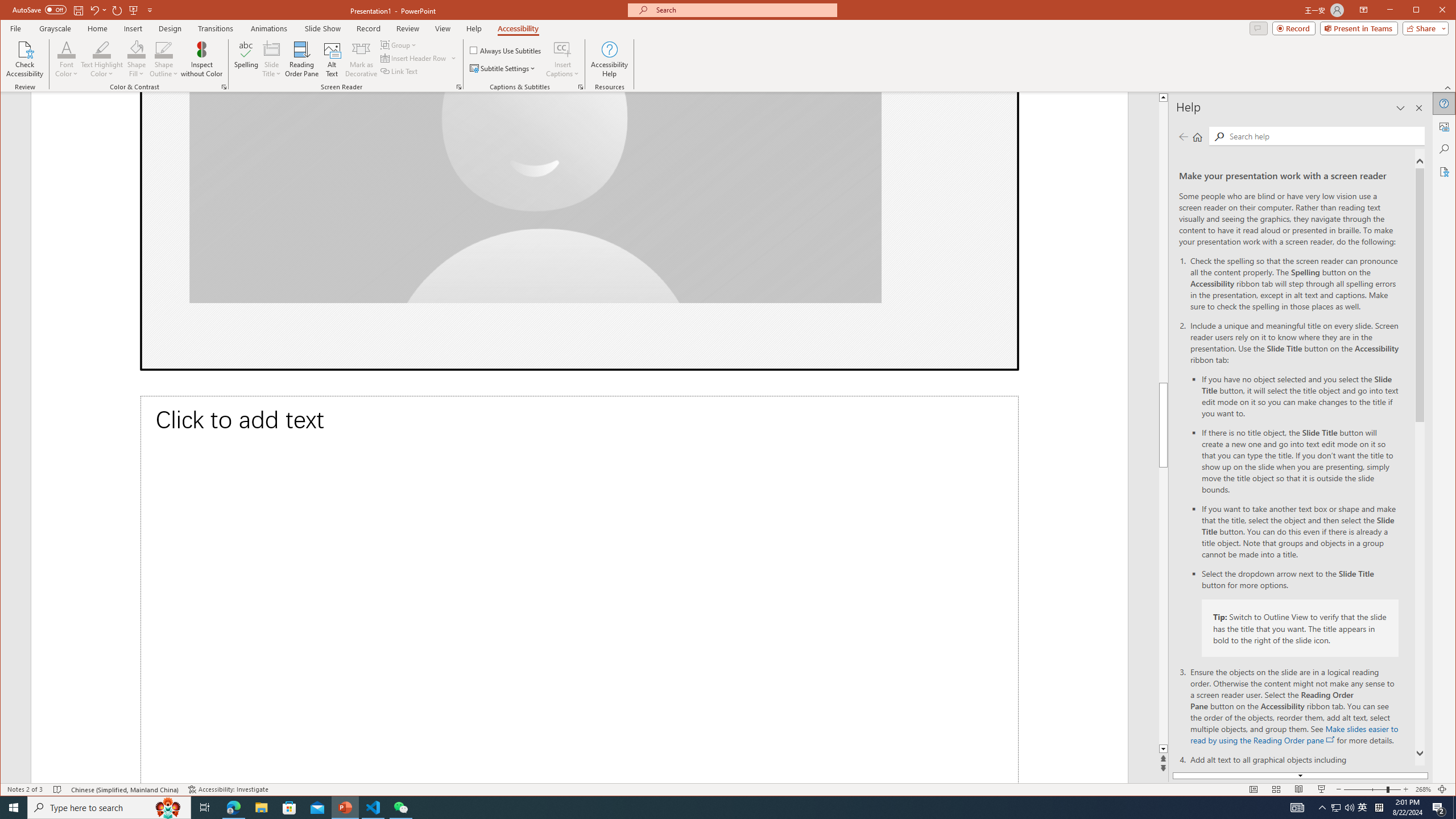 The image size is (1456, 819). What do you see at coordinates (360, 59) in the screenshot?
I see `'Mark as Decorative'` at bounding box center [360, 59].